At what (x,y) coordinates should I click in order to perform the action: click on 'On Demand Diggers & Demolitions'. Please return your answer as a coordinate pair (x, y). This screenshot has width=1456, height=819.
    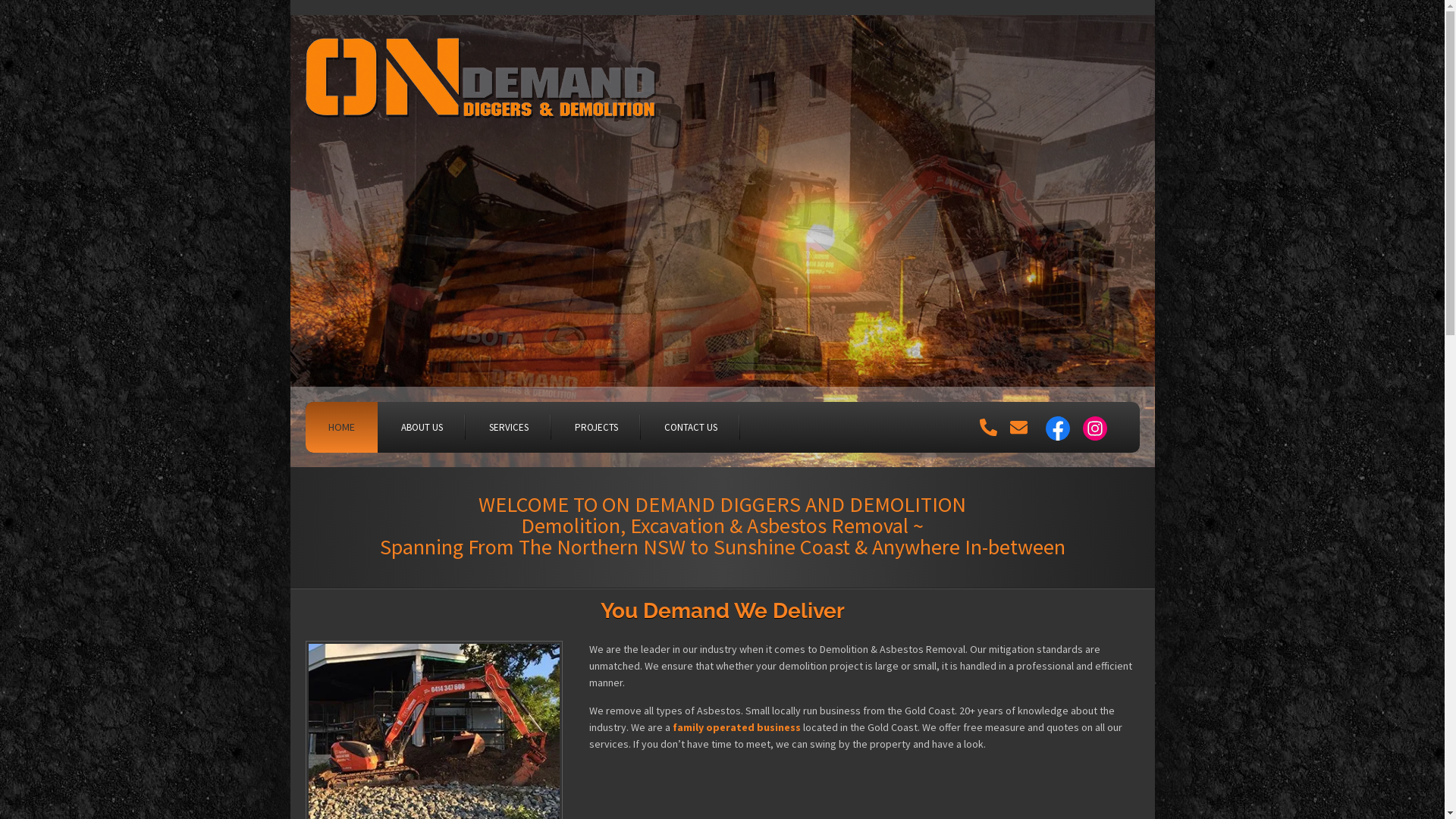
    Looking at the image, I should click on (482, 83).